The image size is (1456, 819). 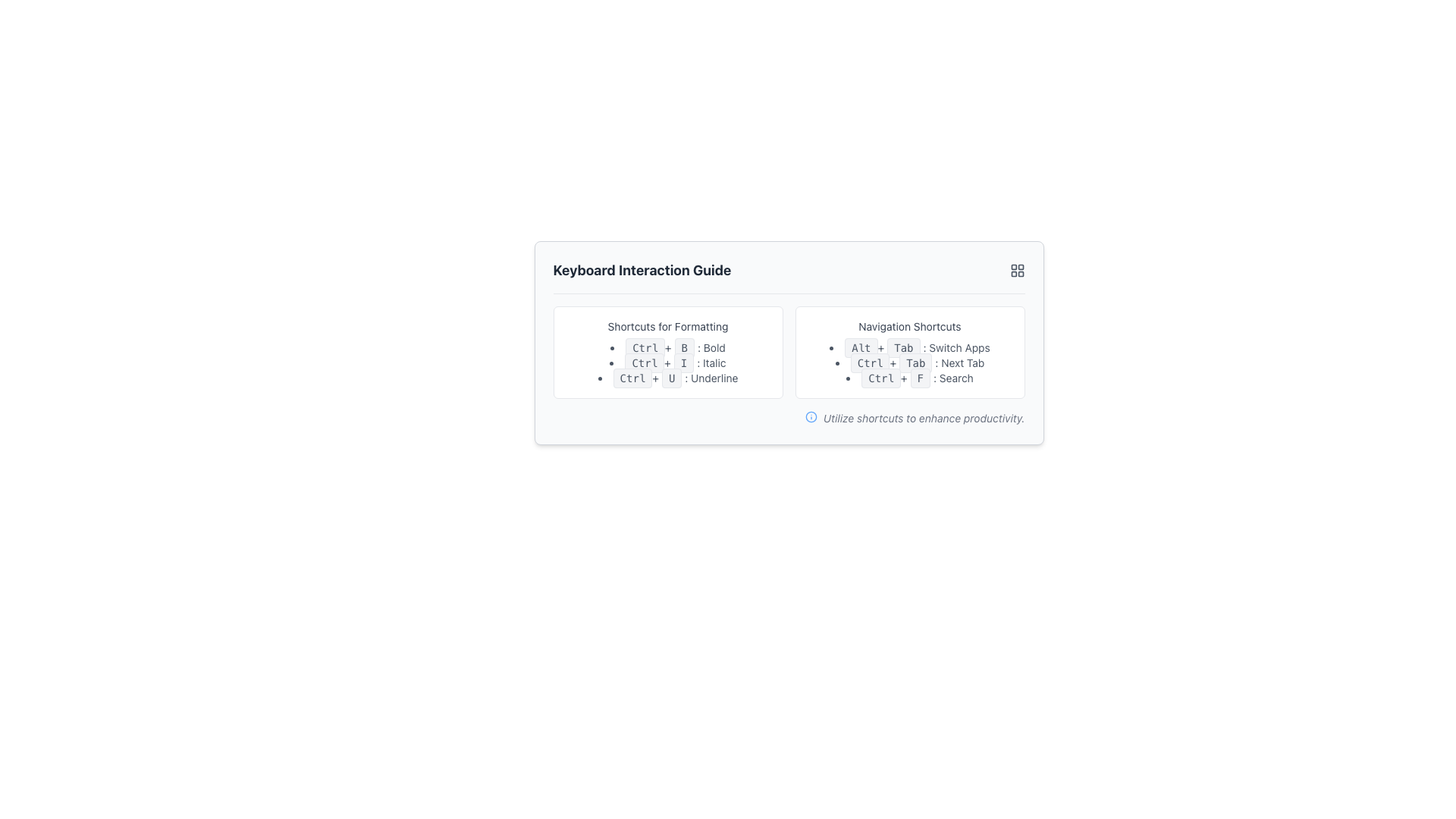 I want to click on the 'Ctrl' text label styled to resemble a button in the 'Keyboard Interaction Guide', located in the left-side panel under 'Shortcuts for Formatting', so click(x=632, y=377).